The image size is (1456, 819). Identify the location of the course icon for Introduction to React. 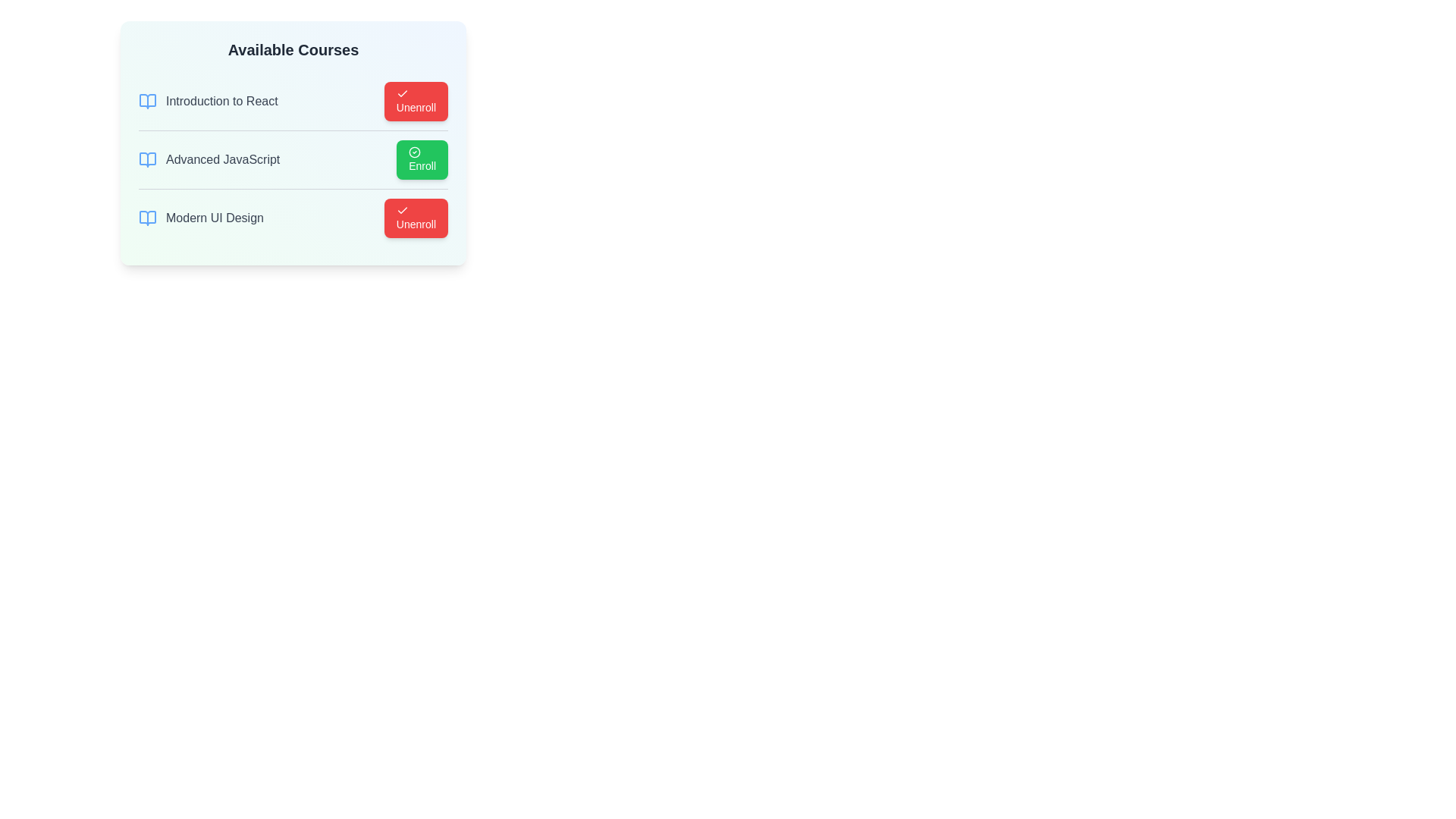
(148, 102).